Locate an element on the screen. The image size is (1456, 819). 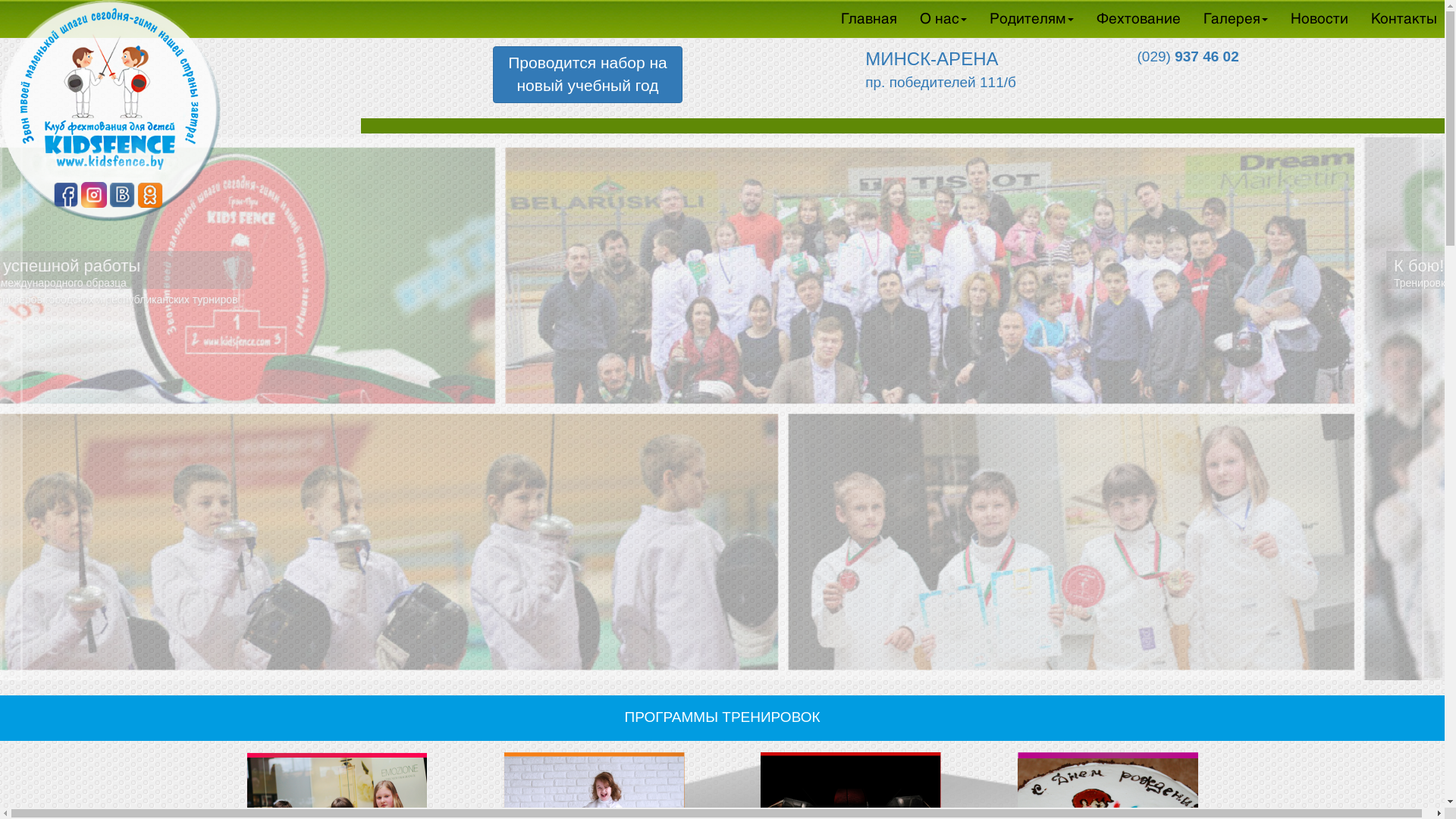
' ' is located at coordinates (1175, 84).